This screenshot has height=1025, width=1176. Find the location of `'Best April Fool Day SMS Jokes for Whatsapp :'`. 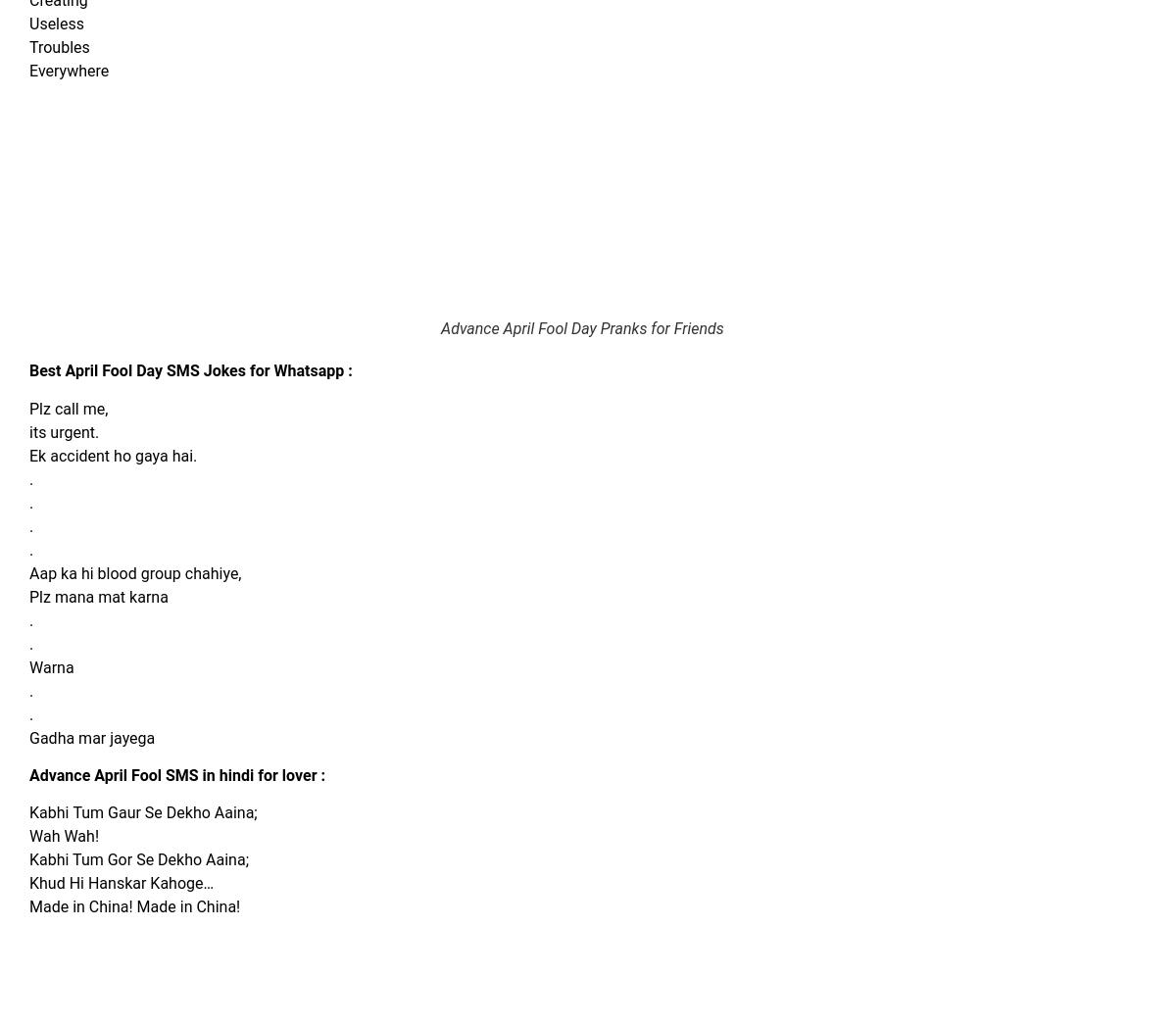

'Best April Fool Day SMS Jokes for Whatsapp :' is located at coordinates (189, 370).